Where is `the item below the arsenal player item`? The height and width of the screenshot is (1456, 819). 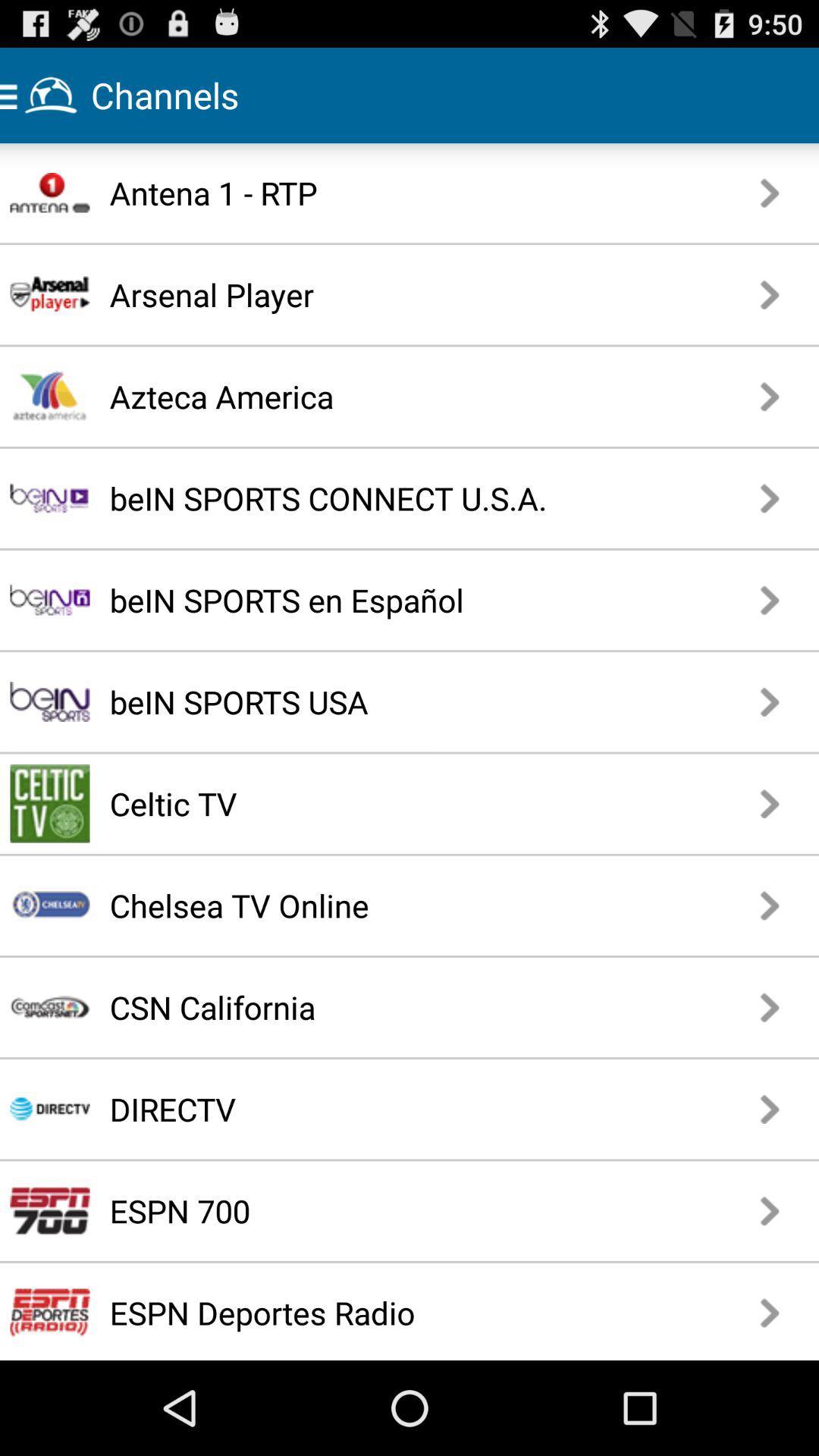 the item below the arsenal player item is located at coordinates (370, 396).